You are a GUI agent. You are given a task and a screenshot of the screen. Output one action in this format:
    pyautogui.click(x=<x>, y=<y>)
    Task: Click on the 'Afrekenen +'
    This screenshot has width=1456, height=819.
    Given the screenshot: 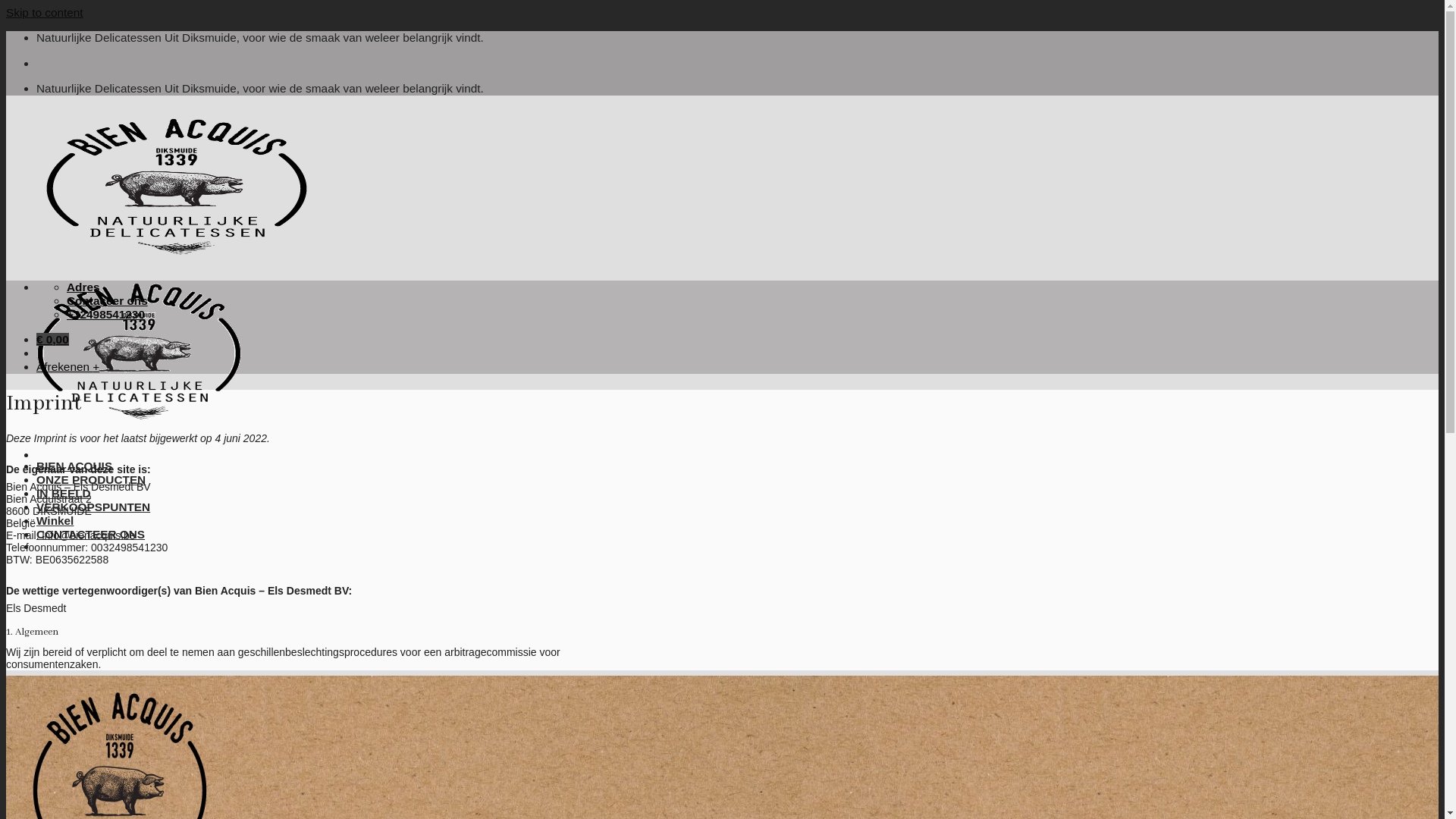 What is the action you would take?
    pyautogui.click(x=67, y=366)
    